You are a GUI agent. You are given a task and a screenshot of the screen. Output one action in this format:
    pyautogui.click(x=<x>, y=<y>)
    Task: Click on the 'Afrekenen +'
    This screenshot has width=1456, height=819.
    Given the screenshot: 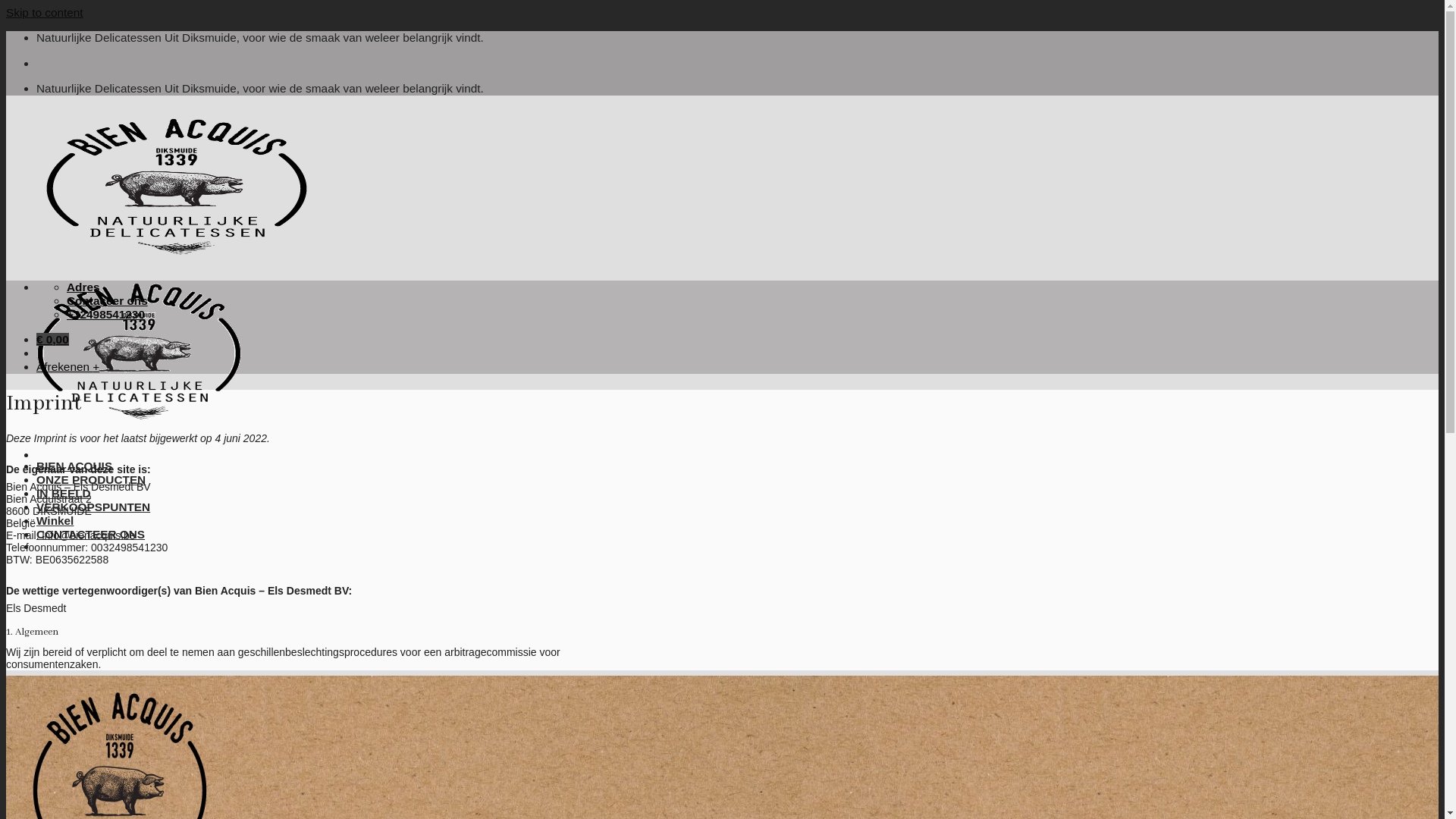 What is the action you would take?
    pyautogui.click(x=67, y=366)
    